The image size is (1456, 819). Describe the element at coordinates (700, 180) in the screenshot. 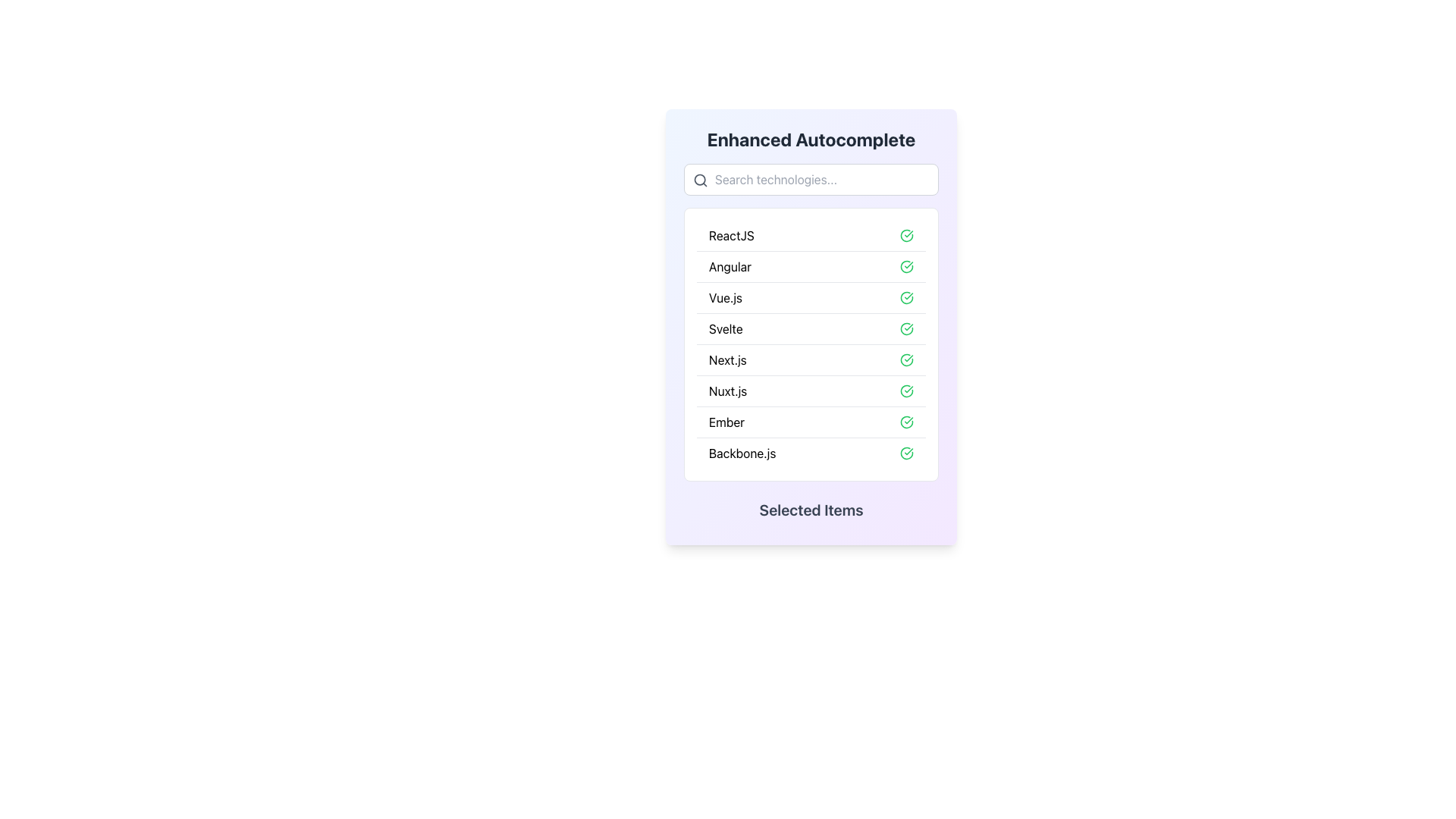

I see `the active search indicator magnifying glass icon located in the top-left corner of the rounded input box` at that location.